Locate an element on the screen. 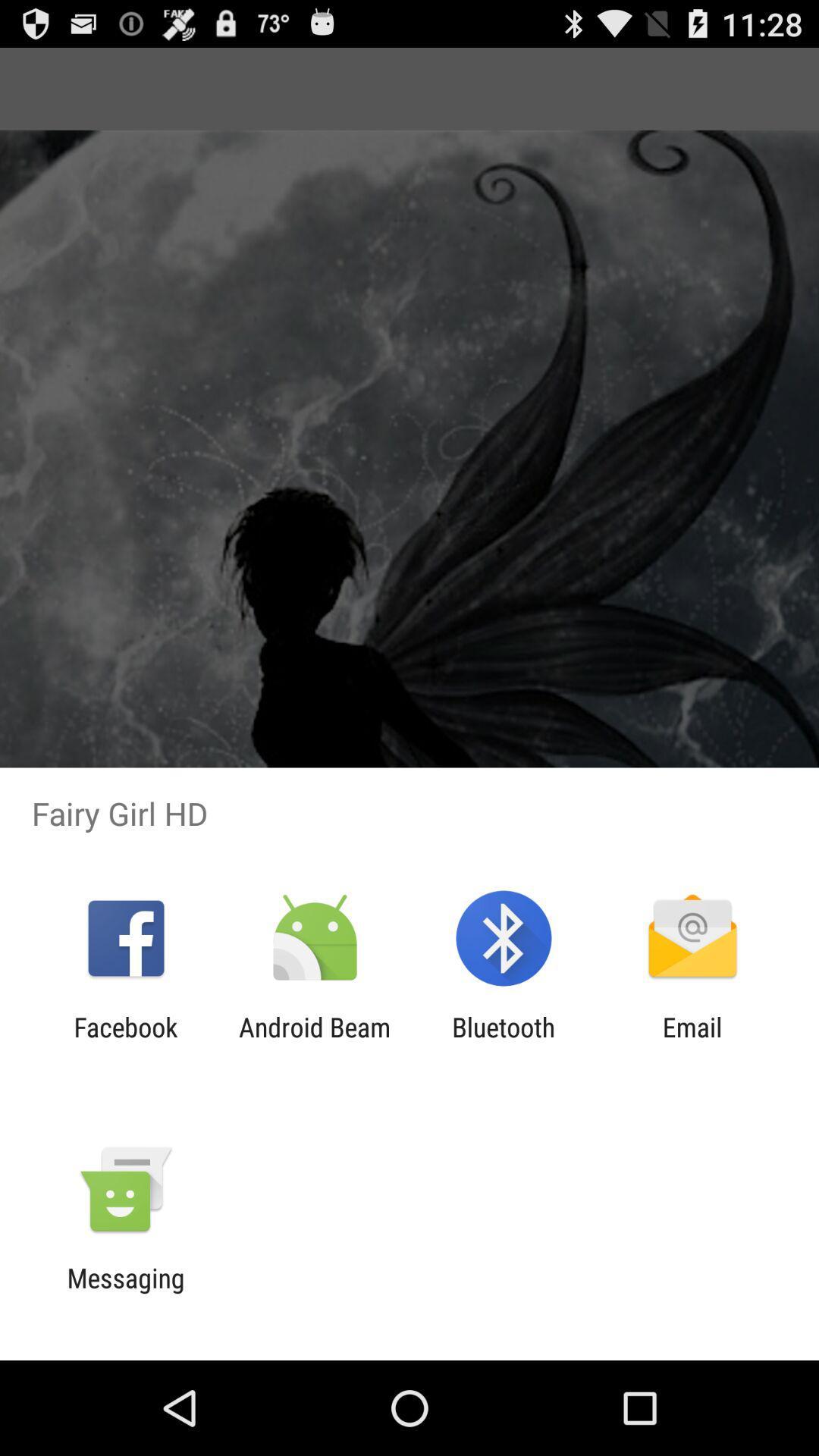 Image resolution: width=819 pixels, height=1456 pixels. the item at the bottom right corner is located at coordinates (692, 1042).